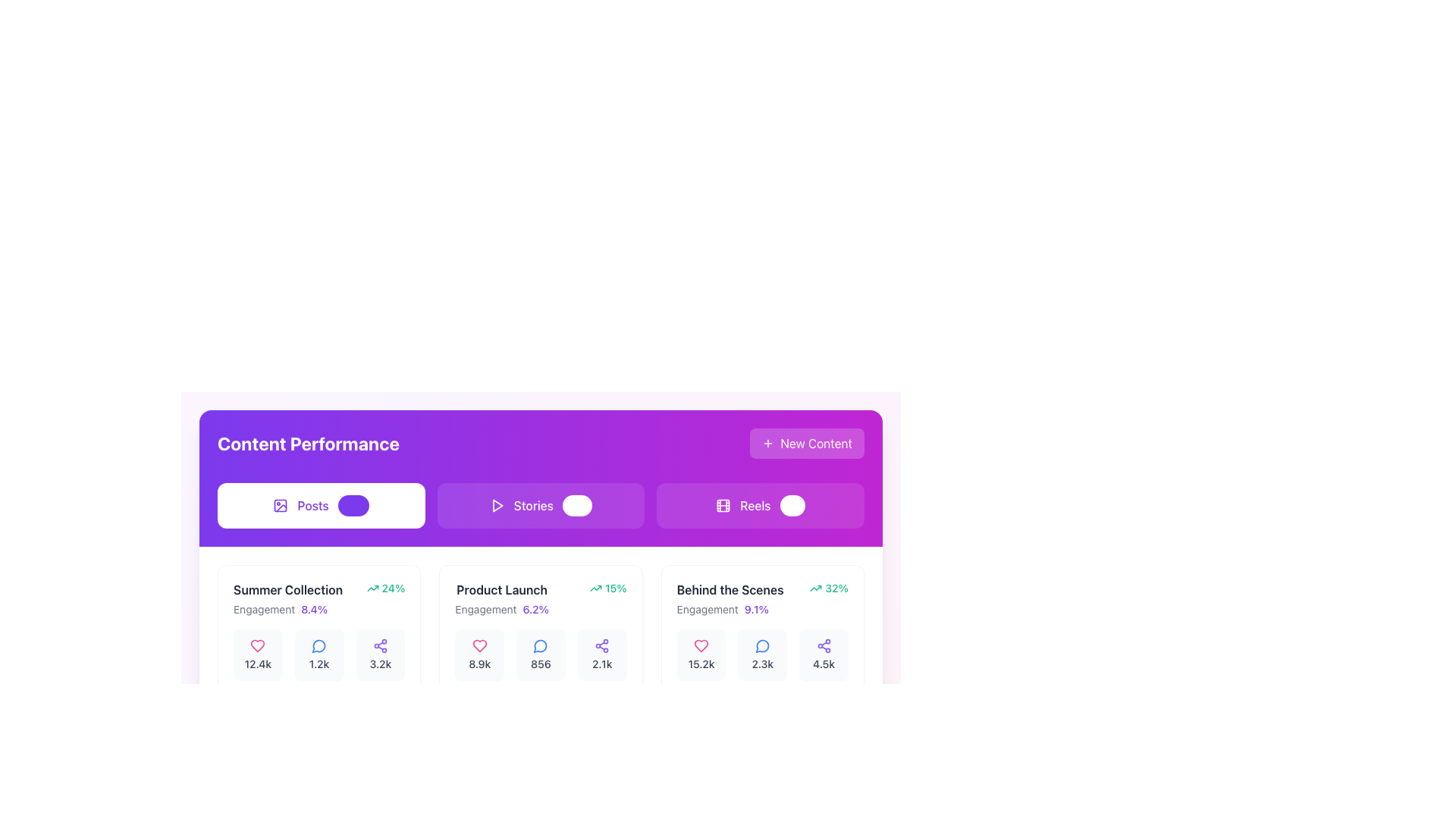 The image size is (1456, 819). I want to click on the main title text display for the 'Product Launch' campaign, which is positioned at the top of its card layout, clearly identifying the campaign, so click(502, 589).